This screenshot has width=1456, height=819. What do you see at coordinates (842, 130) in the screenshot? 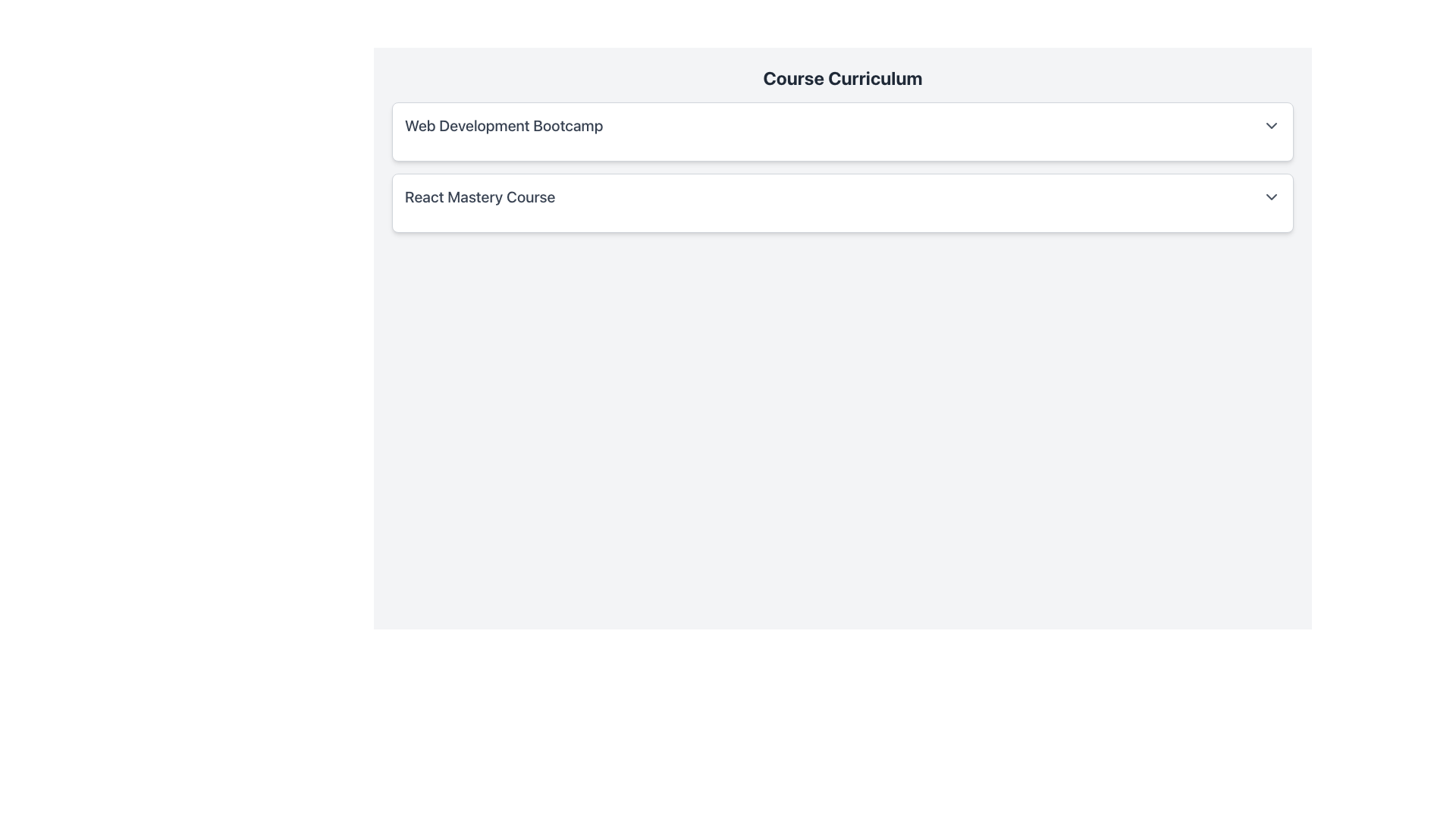
I see `the 'Web Development Bootcamp' Dropdown Card, which is the first item` at bounding box center [842, 130].